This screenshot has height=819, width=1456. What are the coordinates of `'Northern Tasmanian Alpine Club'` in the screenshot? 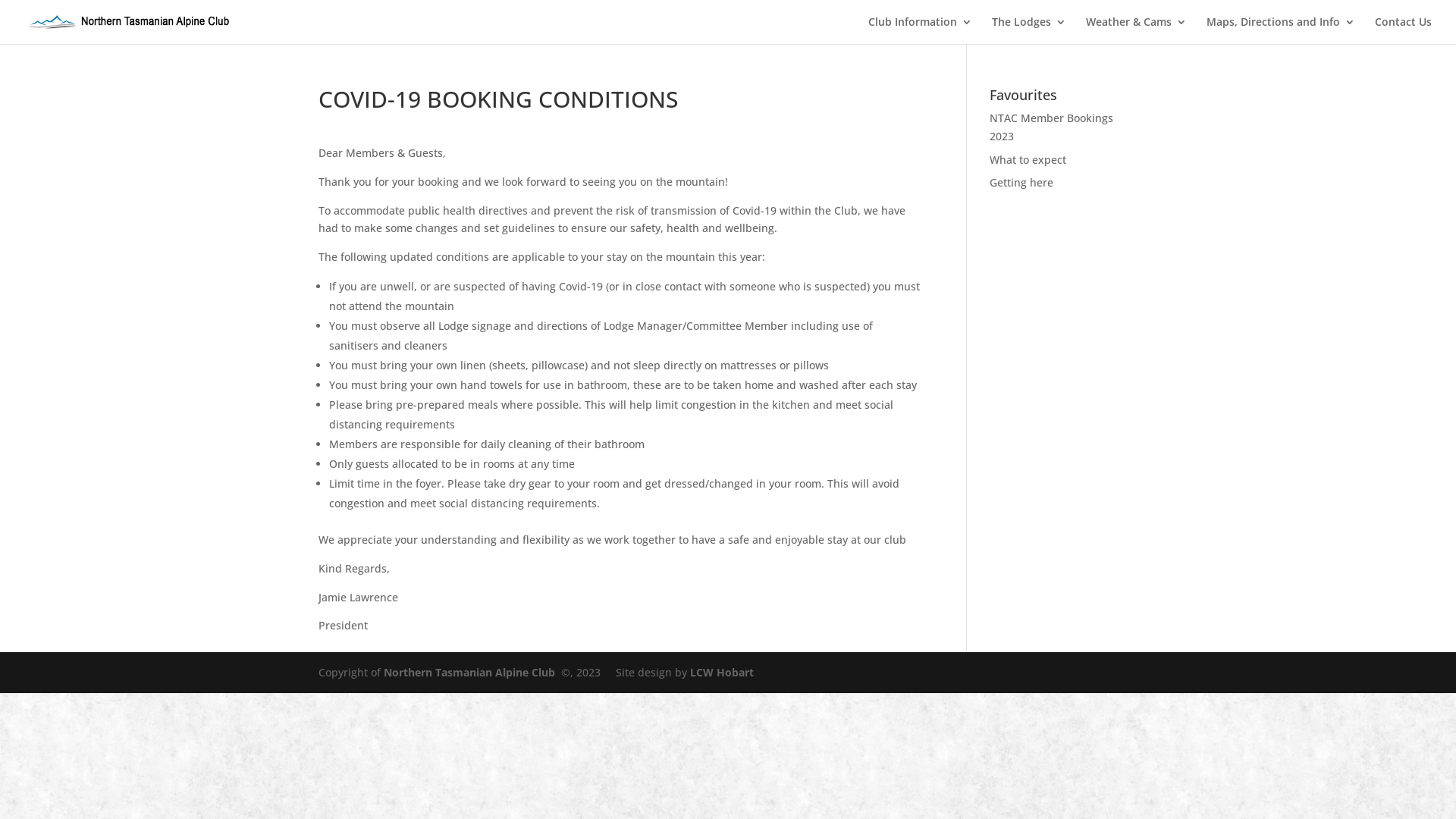 It's located at (383, 671).